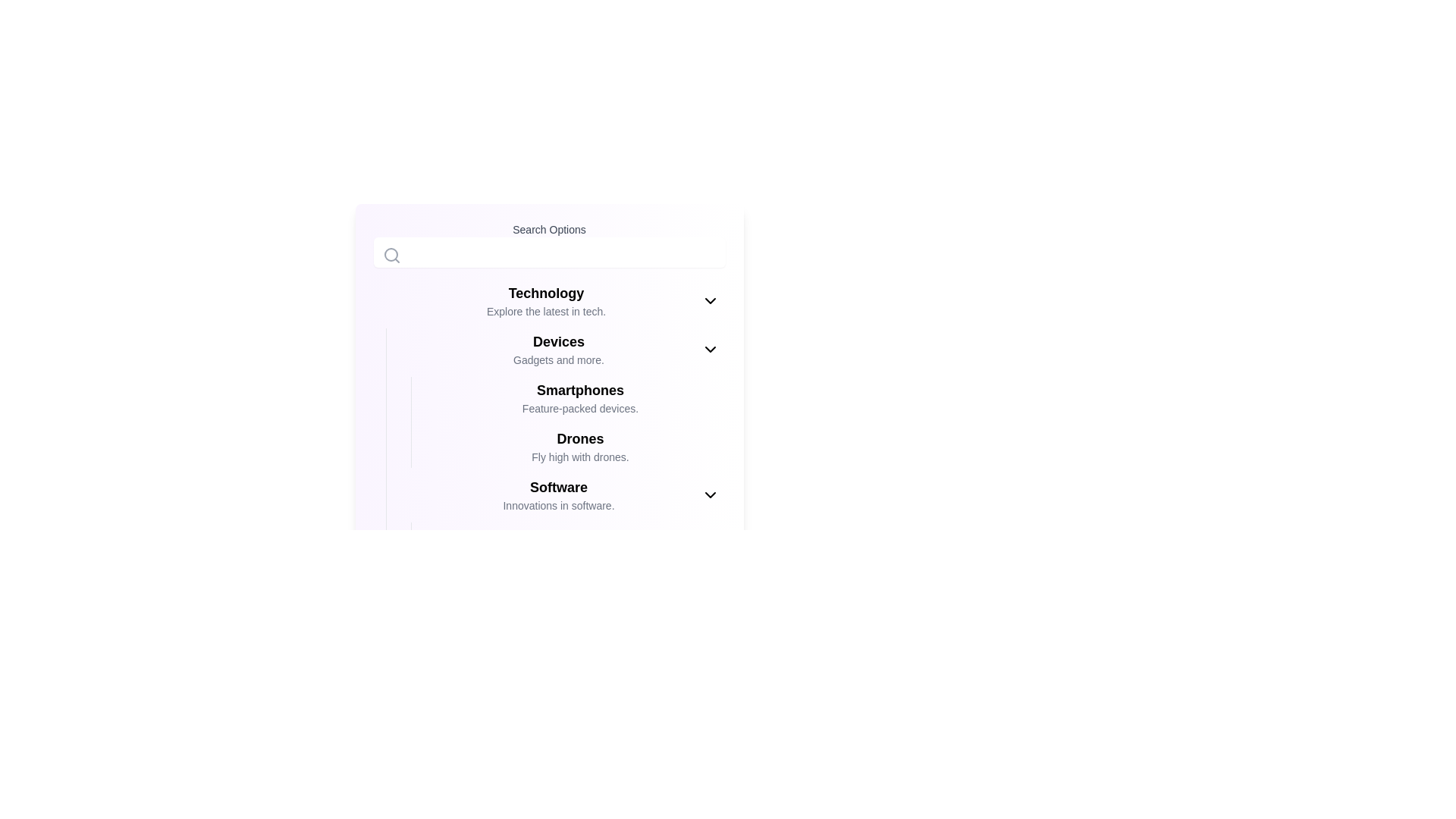 Image resolution: width=1456 pixels, height=819 pixels. I want to click on the toggle icon located on the right side of the 'Devices' section, so click(709, 350).